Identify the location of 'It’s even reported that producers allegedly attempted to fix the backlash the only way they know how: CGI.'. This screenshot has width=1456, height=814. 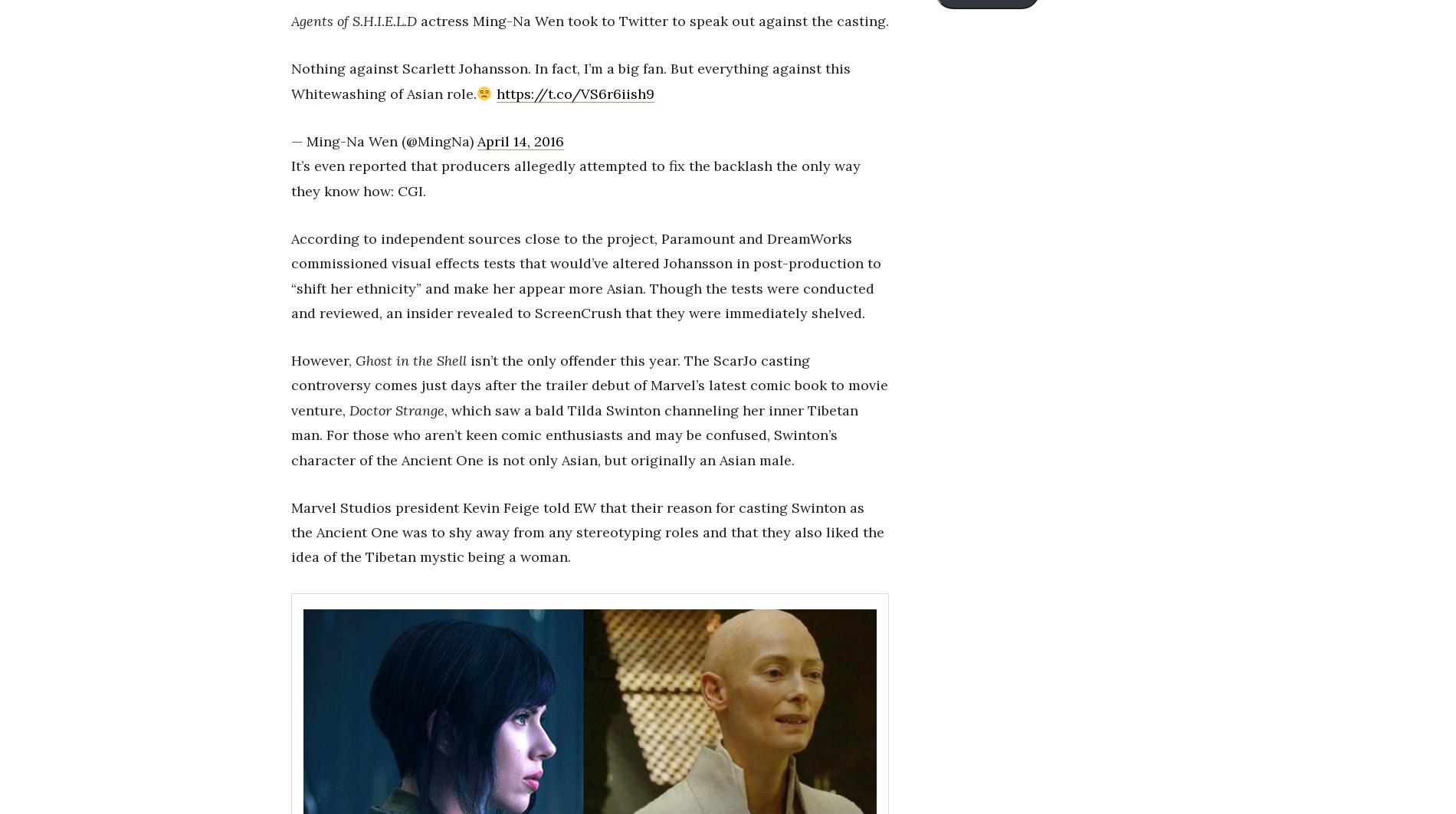
(575, 178).